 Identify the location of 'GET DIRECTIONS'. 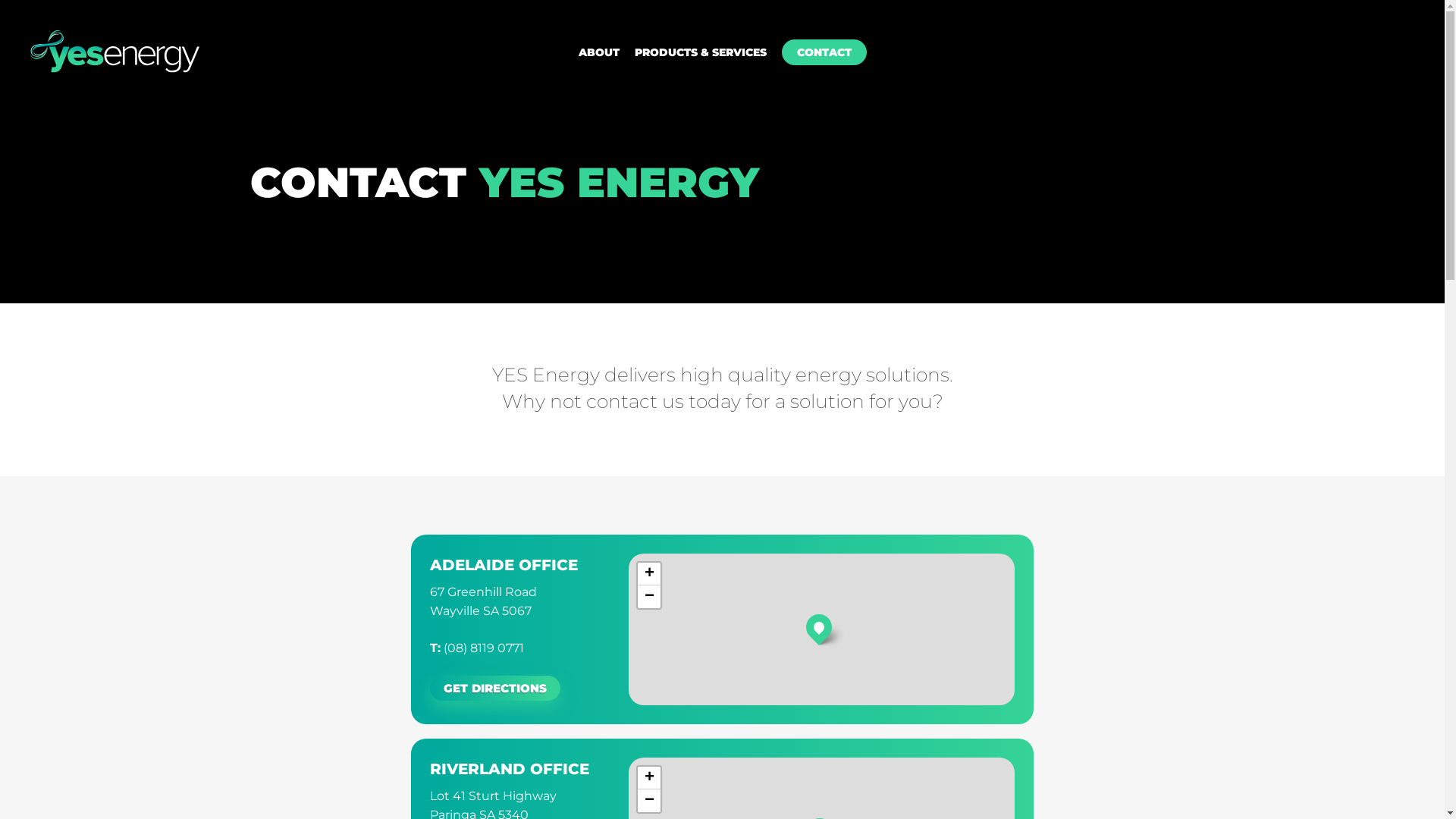
(494, 688).